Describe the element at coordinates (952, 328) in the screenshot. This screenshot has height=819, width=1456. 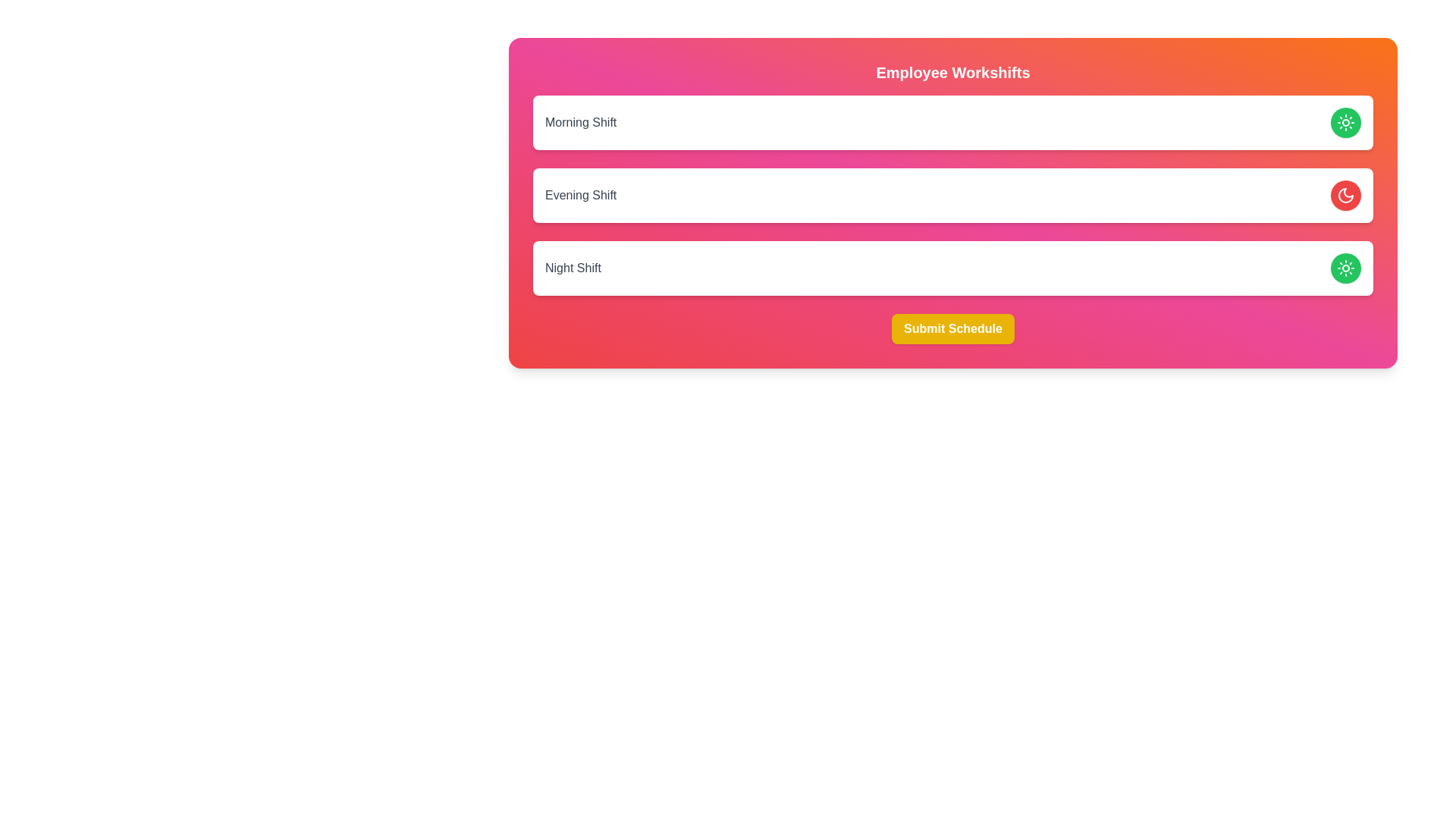
I see `the 'Submit Schedule' button to save the current shift configuration` at that location.